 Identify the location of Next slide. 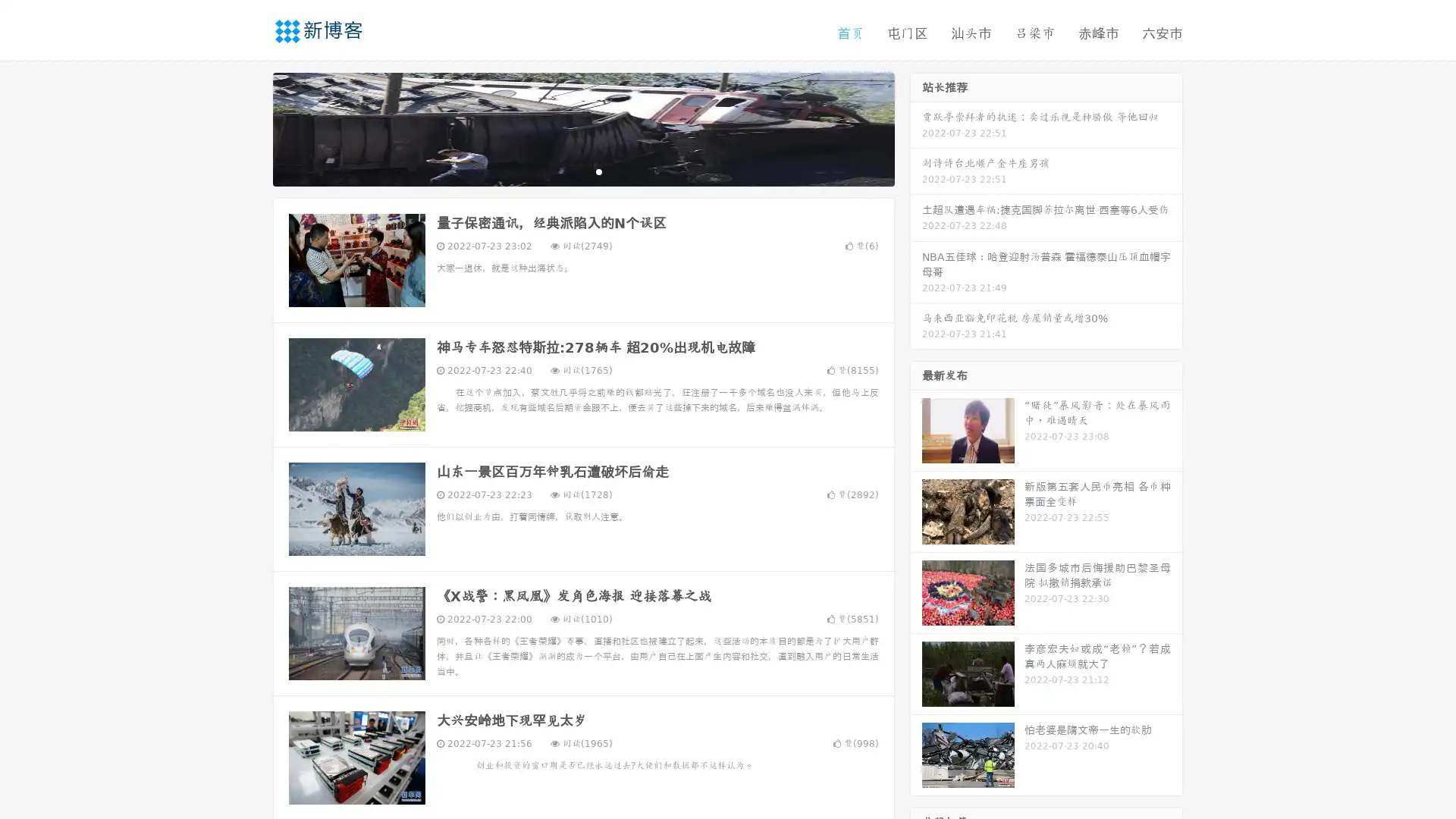
(916, 127).